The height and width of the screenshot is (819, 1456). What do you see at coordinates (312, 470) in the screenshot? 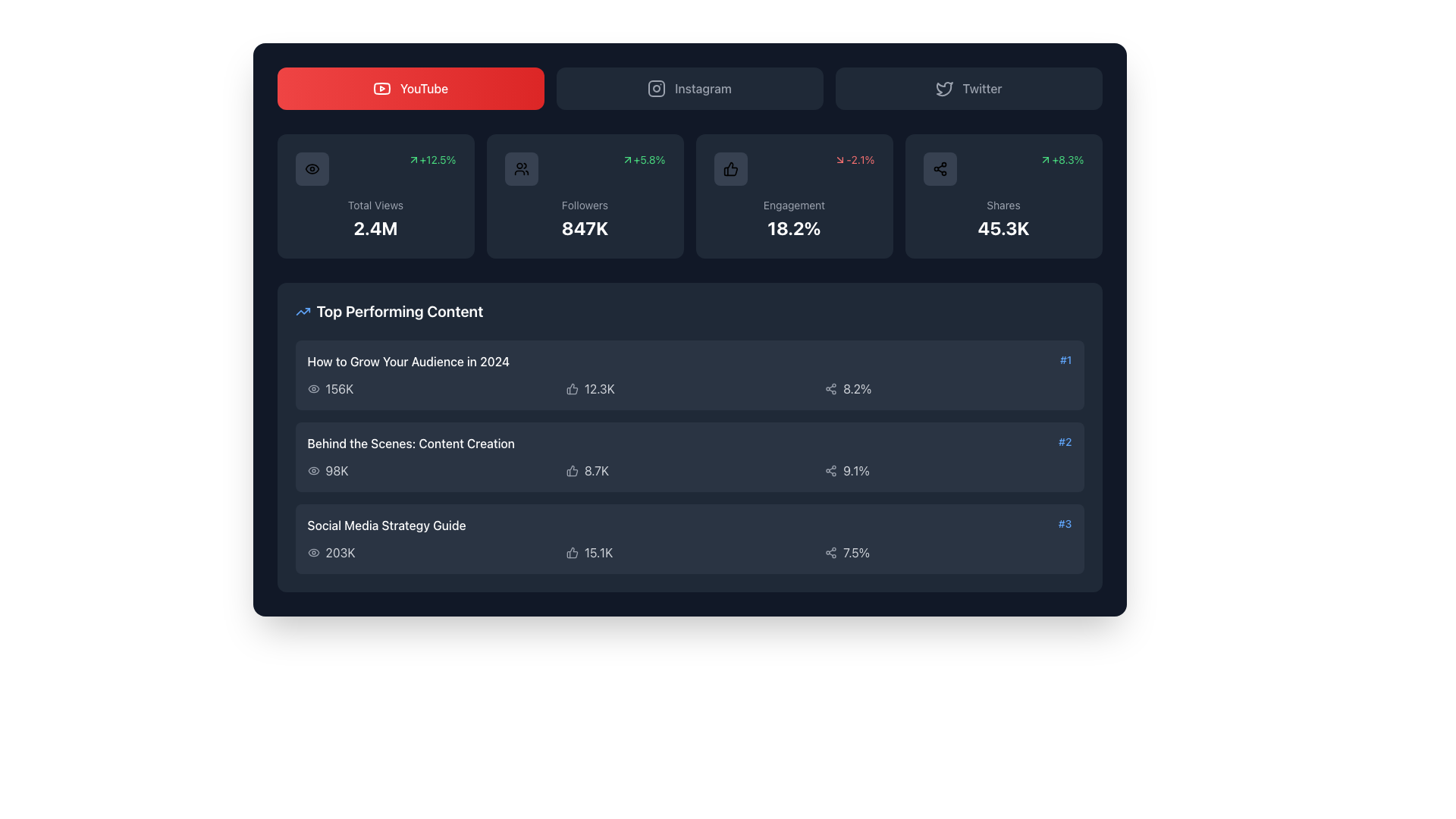
I see `the small eye-shaped icon representing views in the 'Top Performing Content' section, located to the left of the text '98K'` at bounding box center [312, 470].